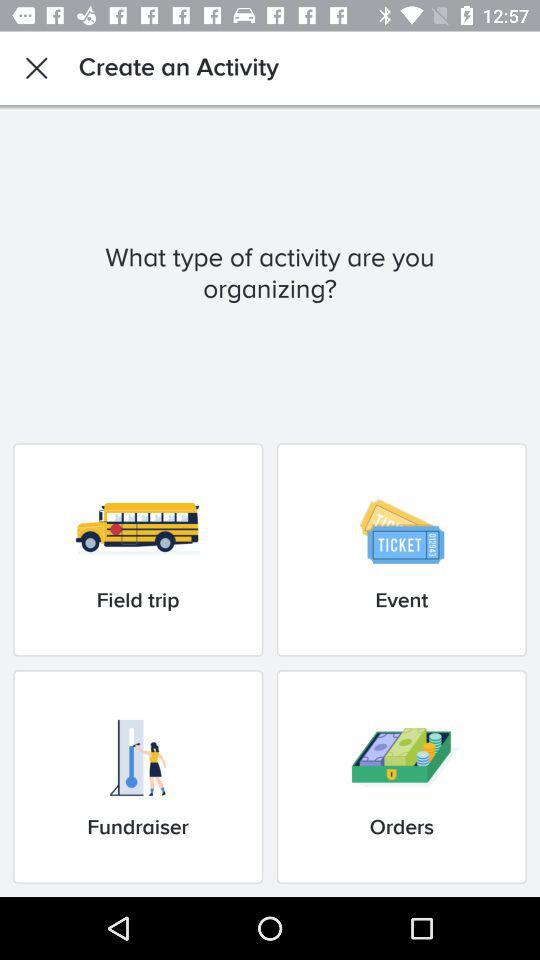  Describe the element at coordinates (36, 68) in the screenshot. I see `the item to the left of create an activity app` at that location.